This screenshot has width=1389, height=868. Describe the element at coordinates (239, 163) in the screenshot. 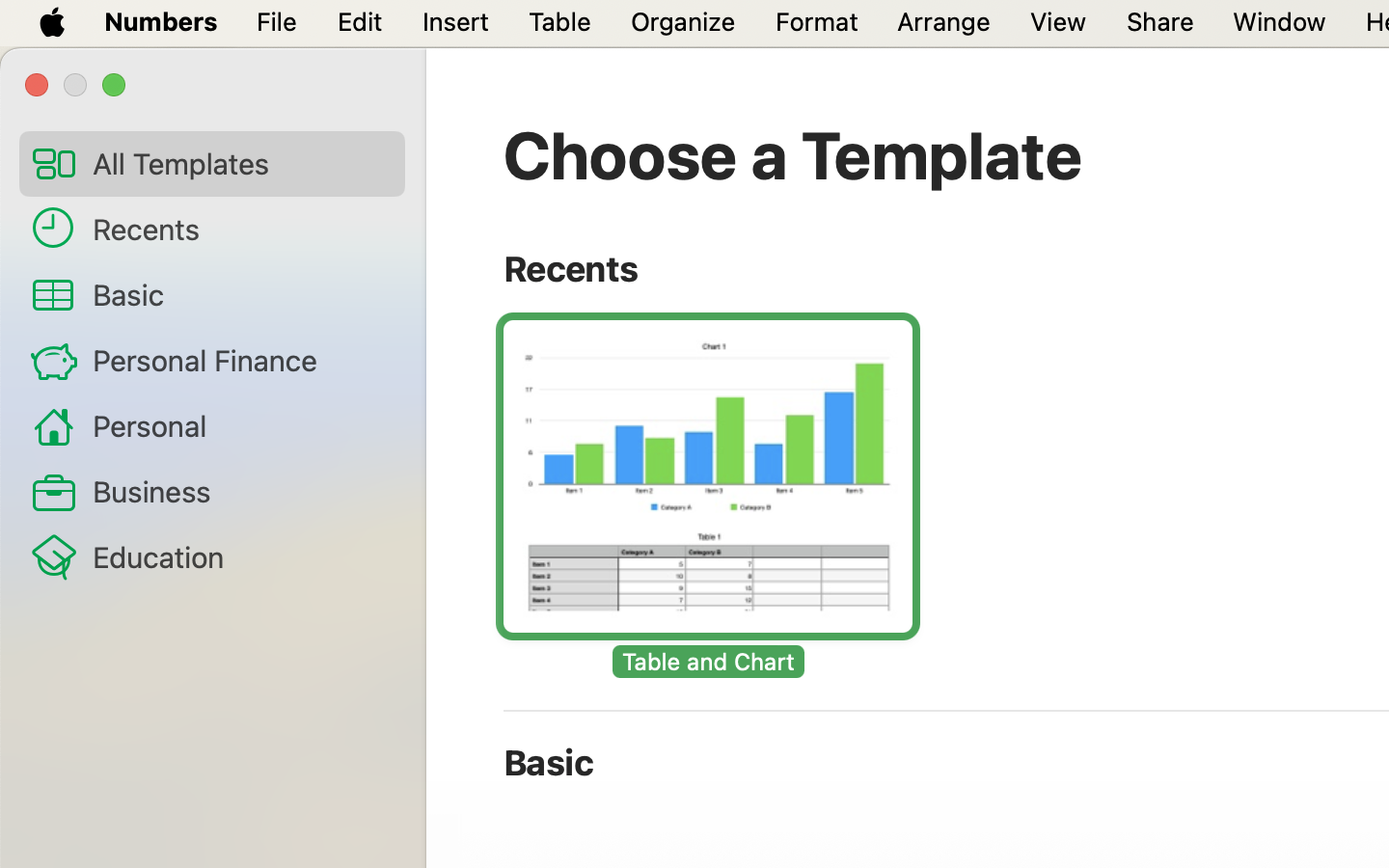

I see `'All Templates'` at that location.